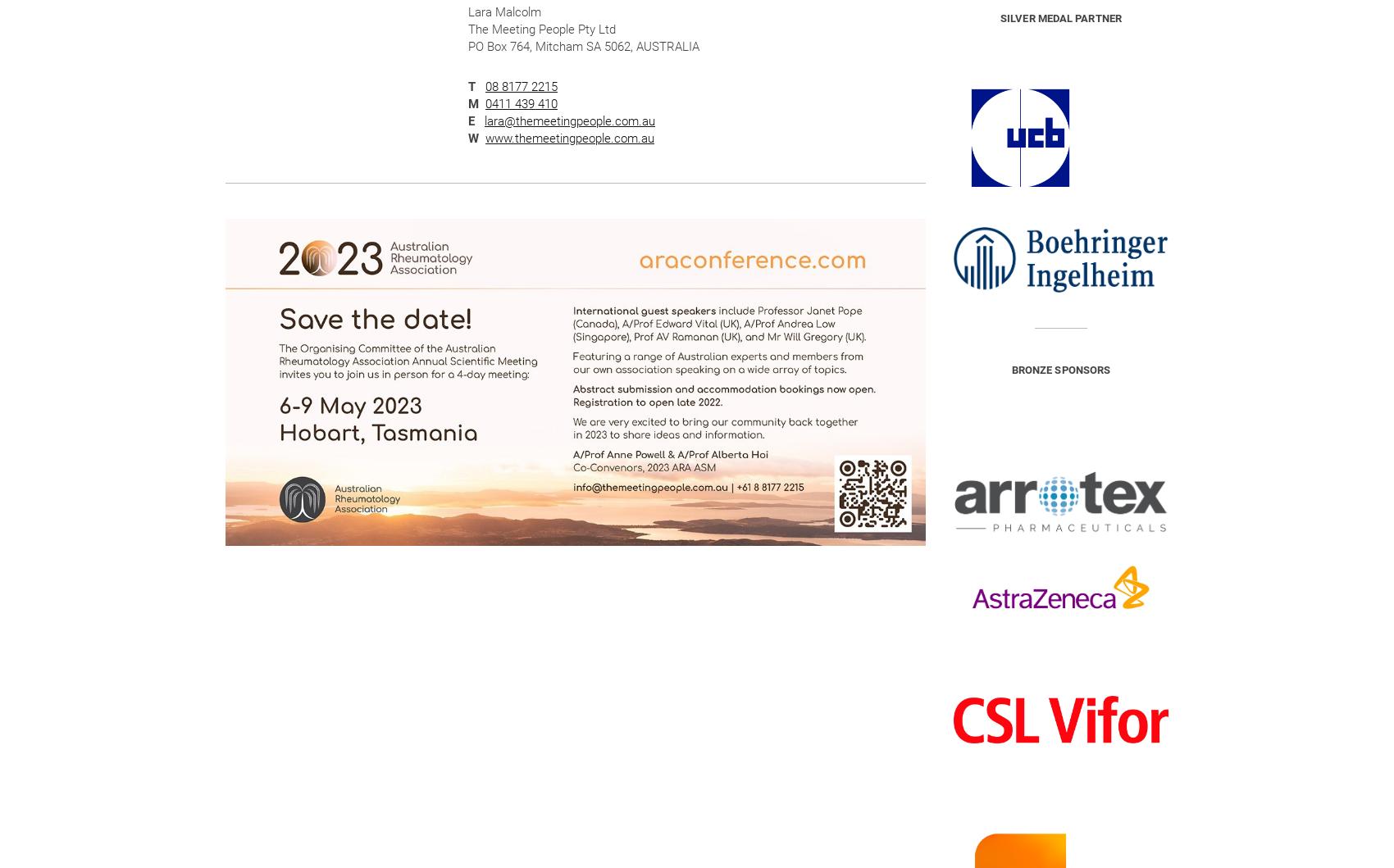 The height and width of the screenshot is (868, 1394). Describe the element at coordinates (582, 46) in the screenshot. I see `'PO Box 764, Mitcham SA 5062, AUSTRALIA'` at that location.